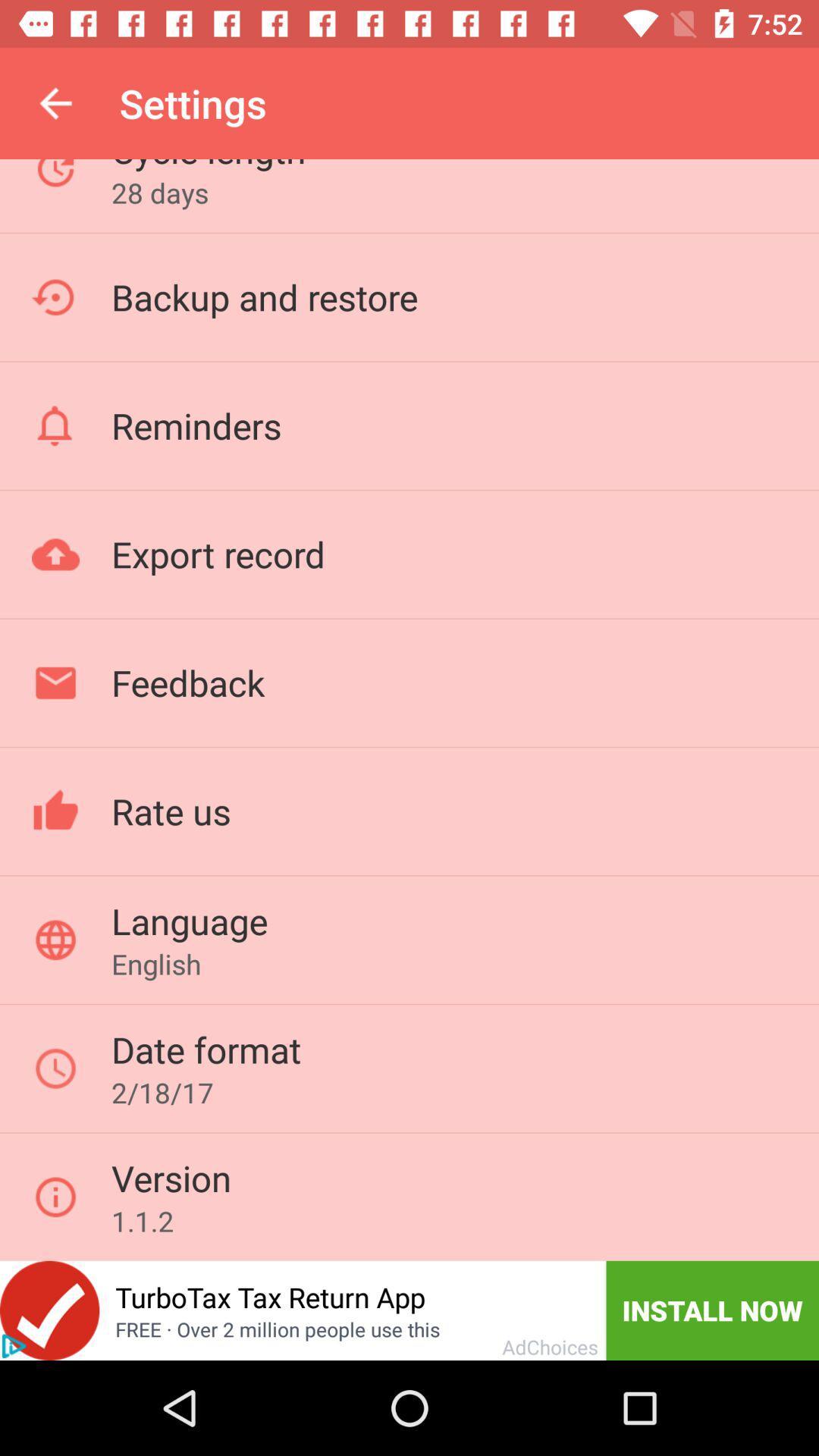  I want to click on the item above the language item, so click(171, 810).